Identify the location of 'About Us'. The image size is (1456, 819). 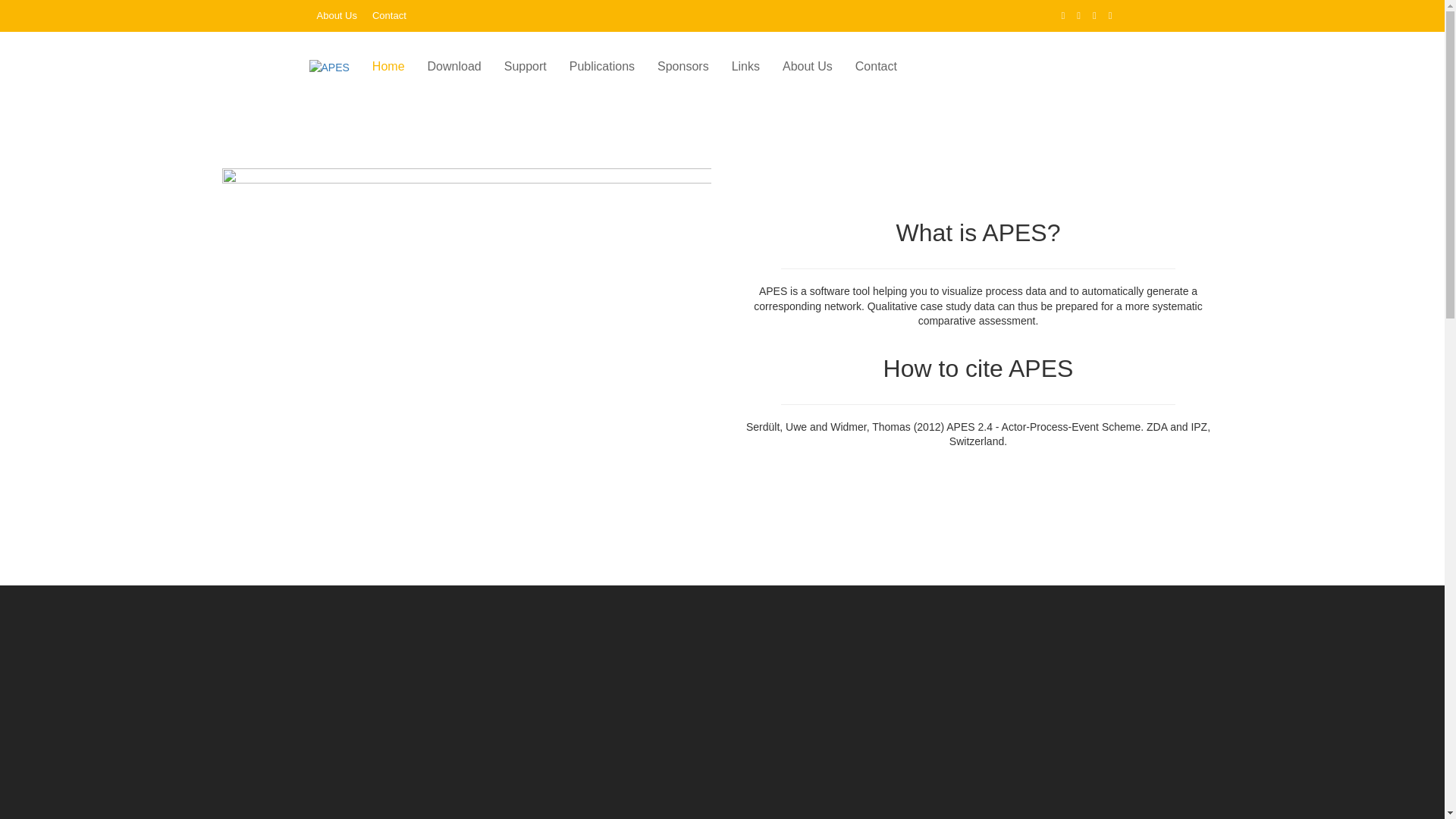
(807, 66).